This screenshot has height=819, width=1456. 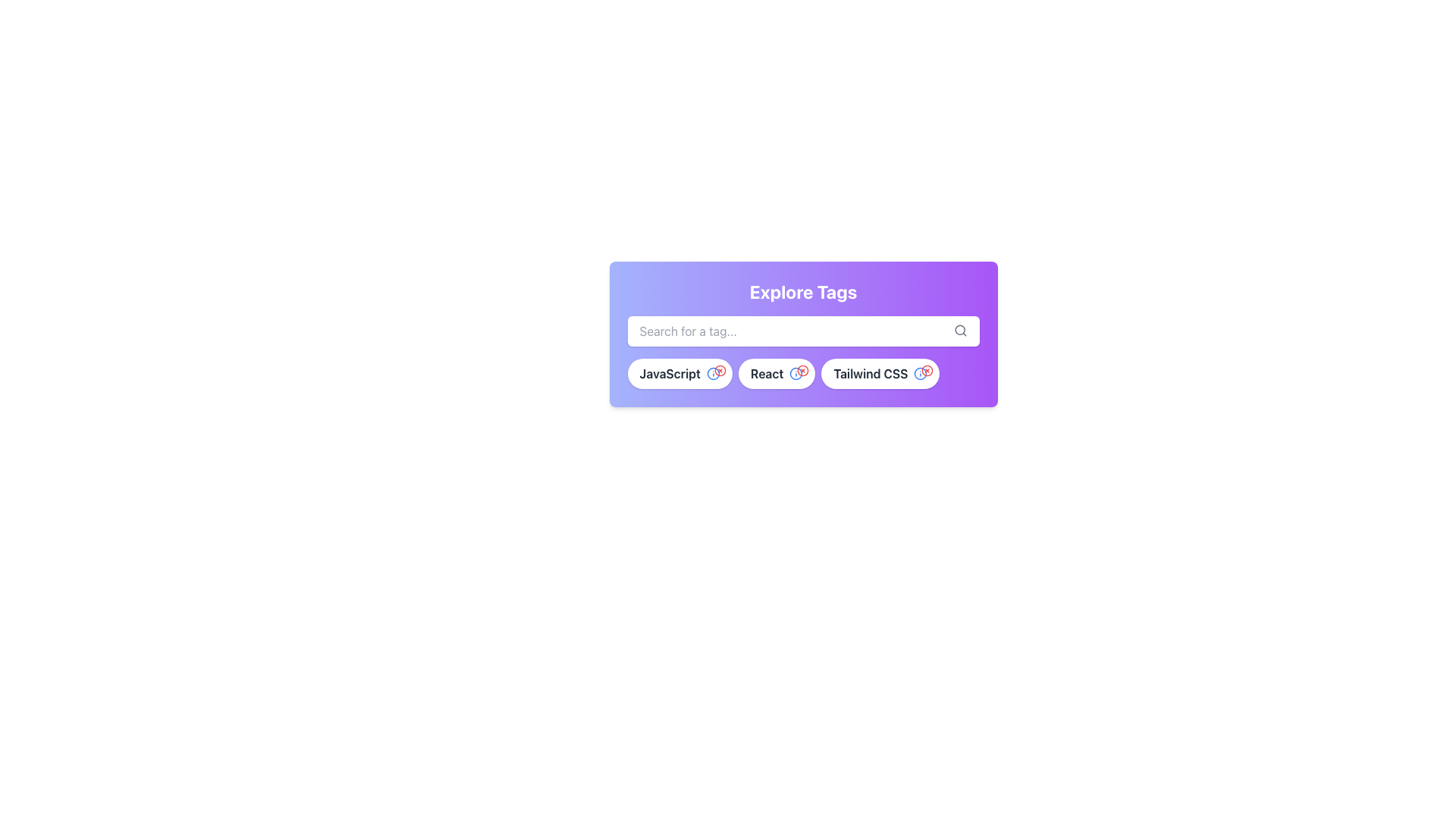 What do you see at coordinates (767, 374) in the screenshot?
I see `the Text Label that identifies the button's purpose within the React library, located between the 'JavaScript' and 'Tailwind CSS' buttons` at bounding box center [767, 374].